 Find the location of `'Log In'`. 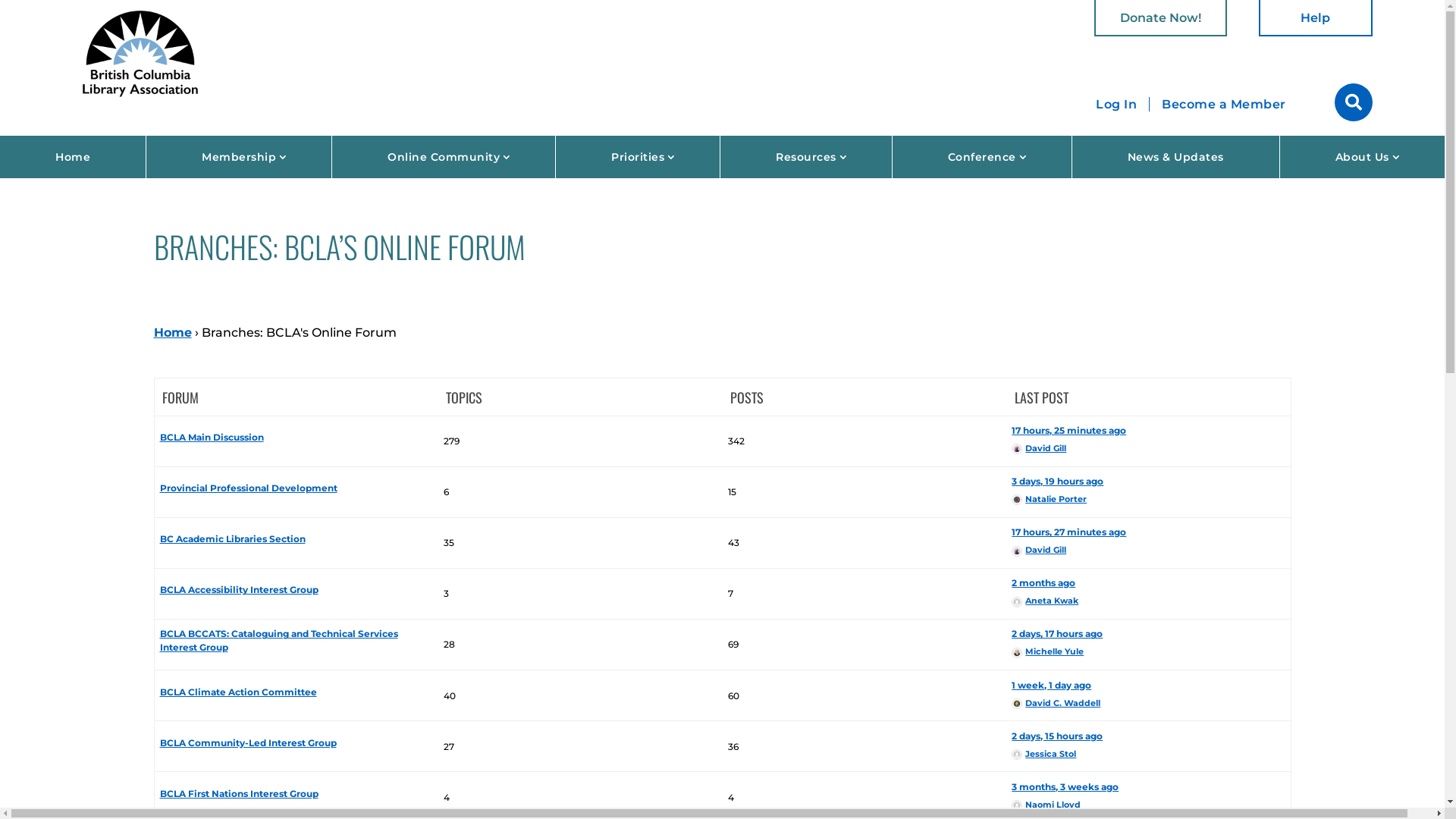

'Log In' is located at coordinates (1116, 103).